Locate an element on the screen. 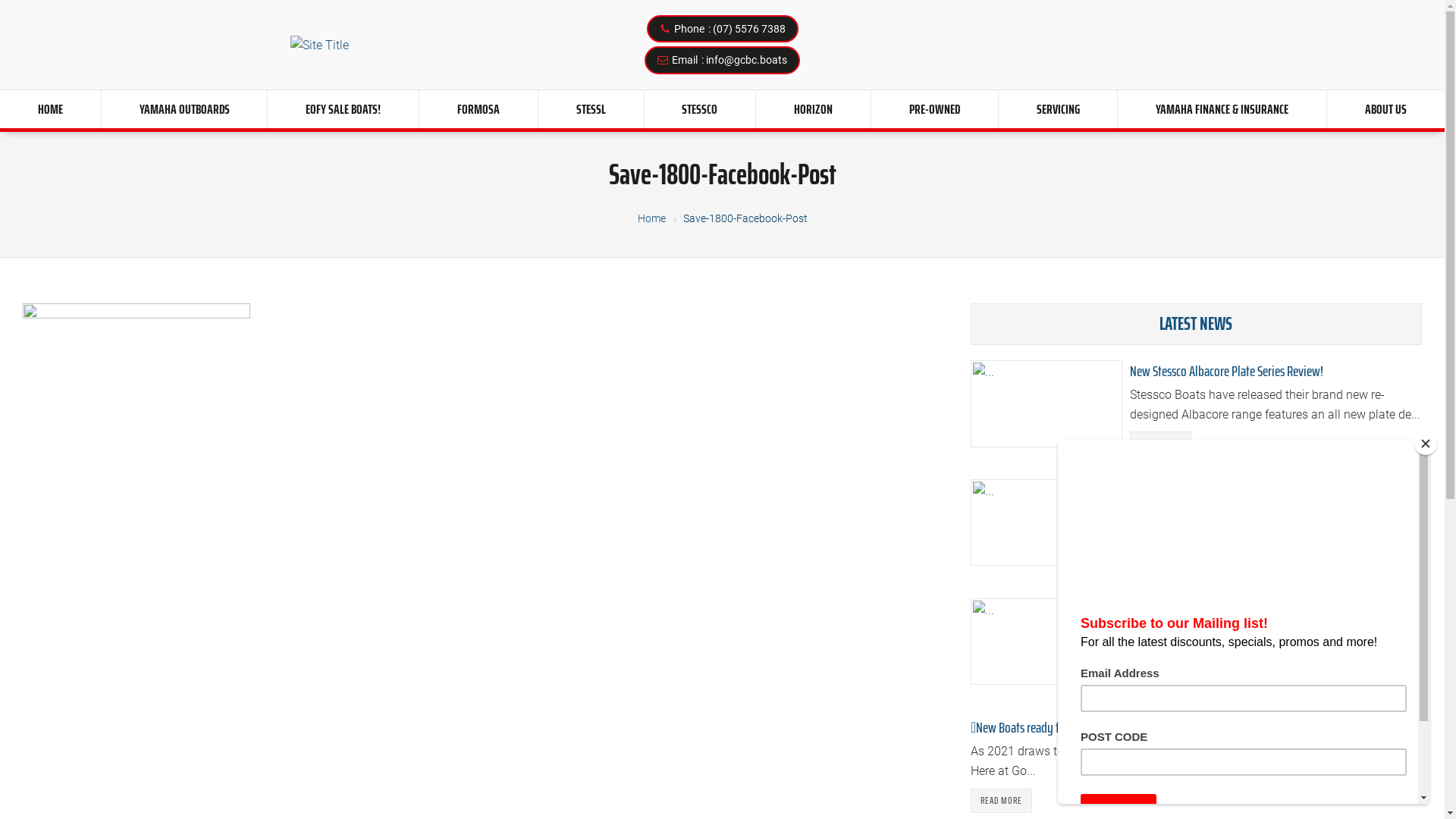 The image size is (1456, 819). 'FORMOSA' is located at coordinates (477, 108).